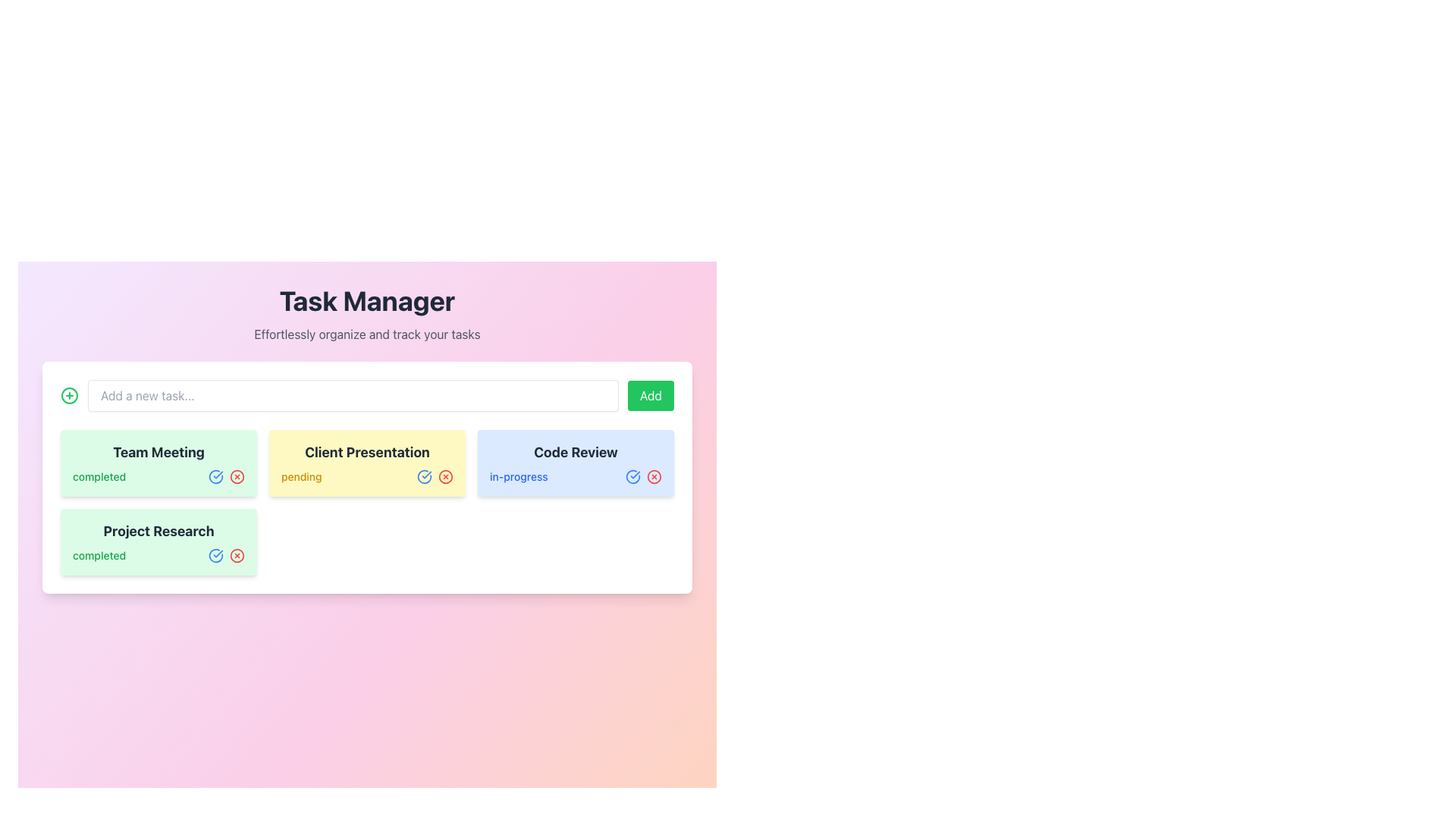  I want to click on the green 'completed' label indicating the completion status of the 'Team Meeting' task in the Task Manager interface, so click(99, 475).